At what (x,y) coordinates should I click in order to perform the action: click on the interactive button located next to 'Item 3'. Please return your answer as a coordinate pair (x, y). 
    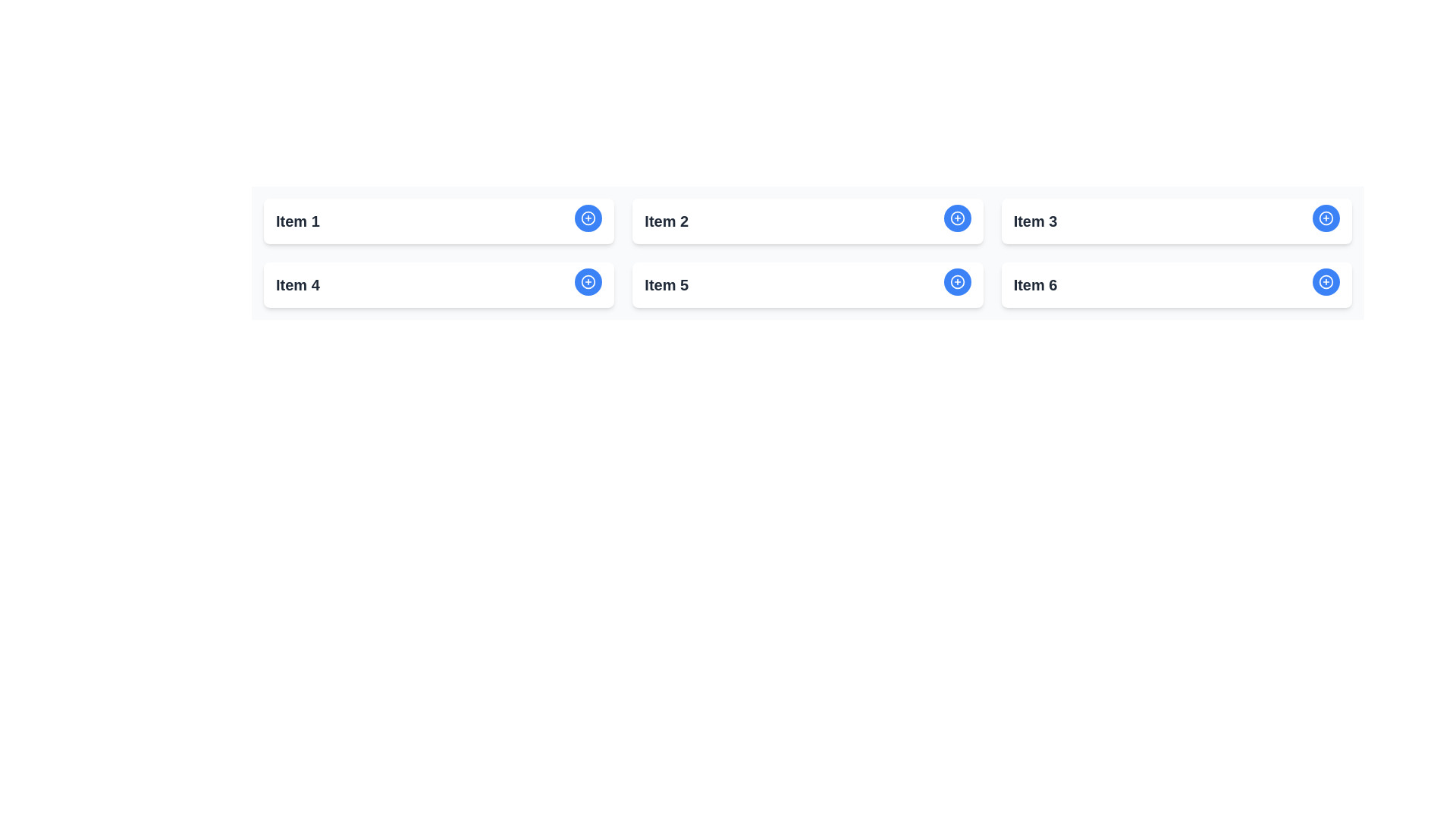
    Looking at the image, I should click on (956, 218).